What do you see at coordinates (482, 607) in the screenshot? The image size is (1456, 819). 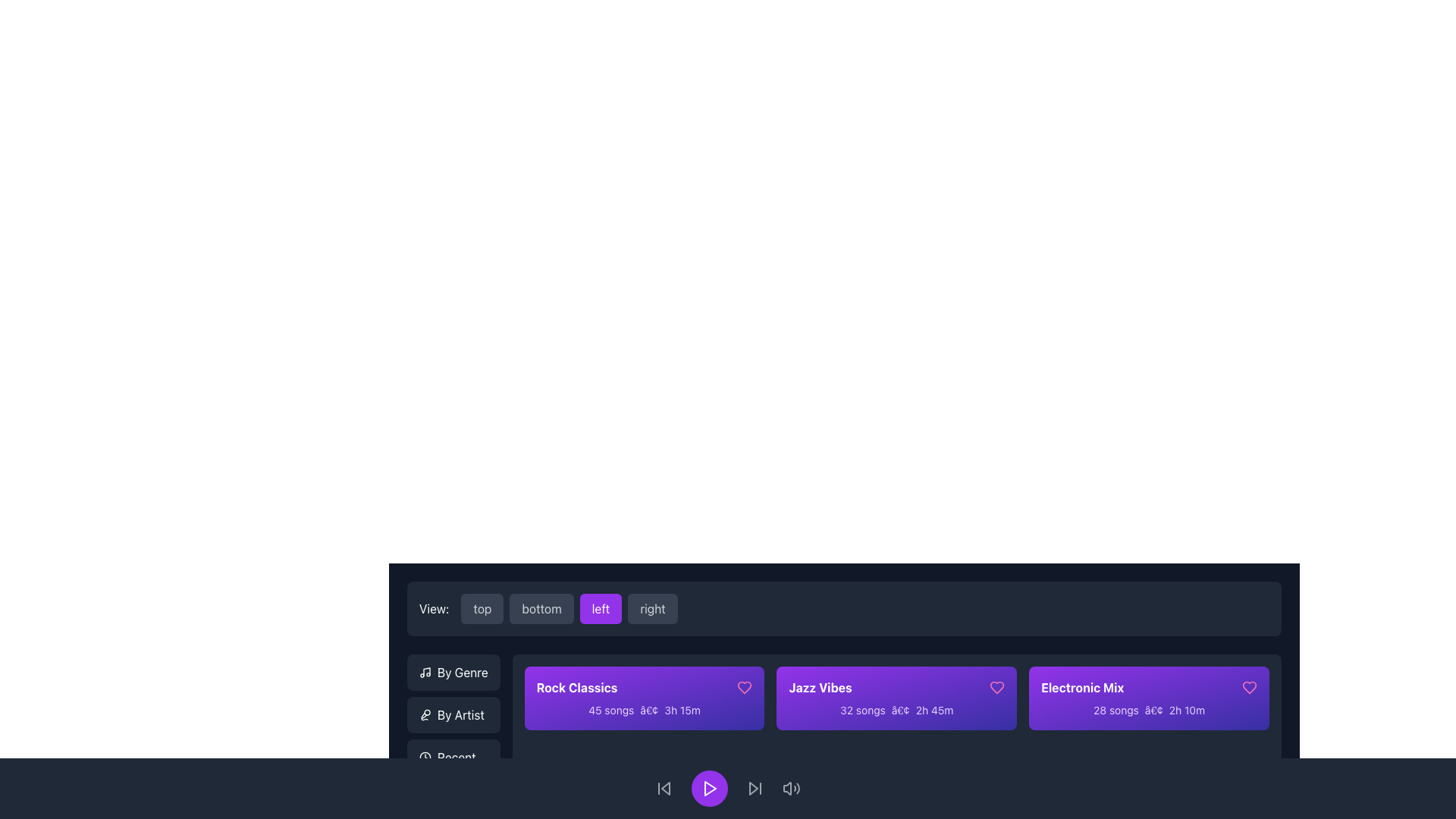 I see `the 'top' button` at bounding box center [482, 607].